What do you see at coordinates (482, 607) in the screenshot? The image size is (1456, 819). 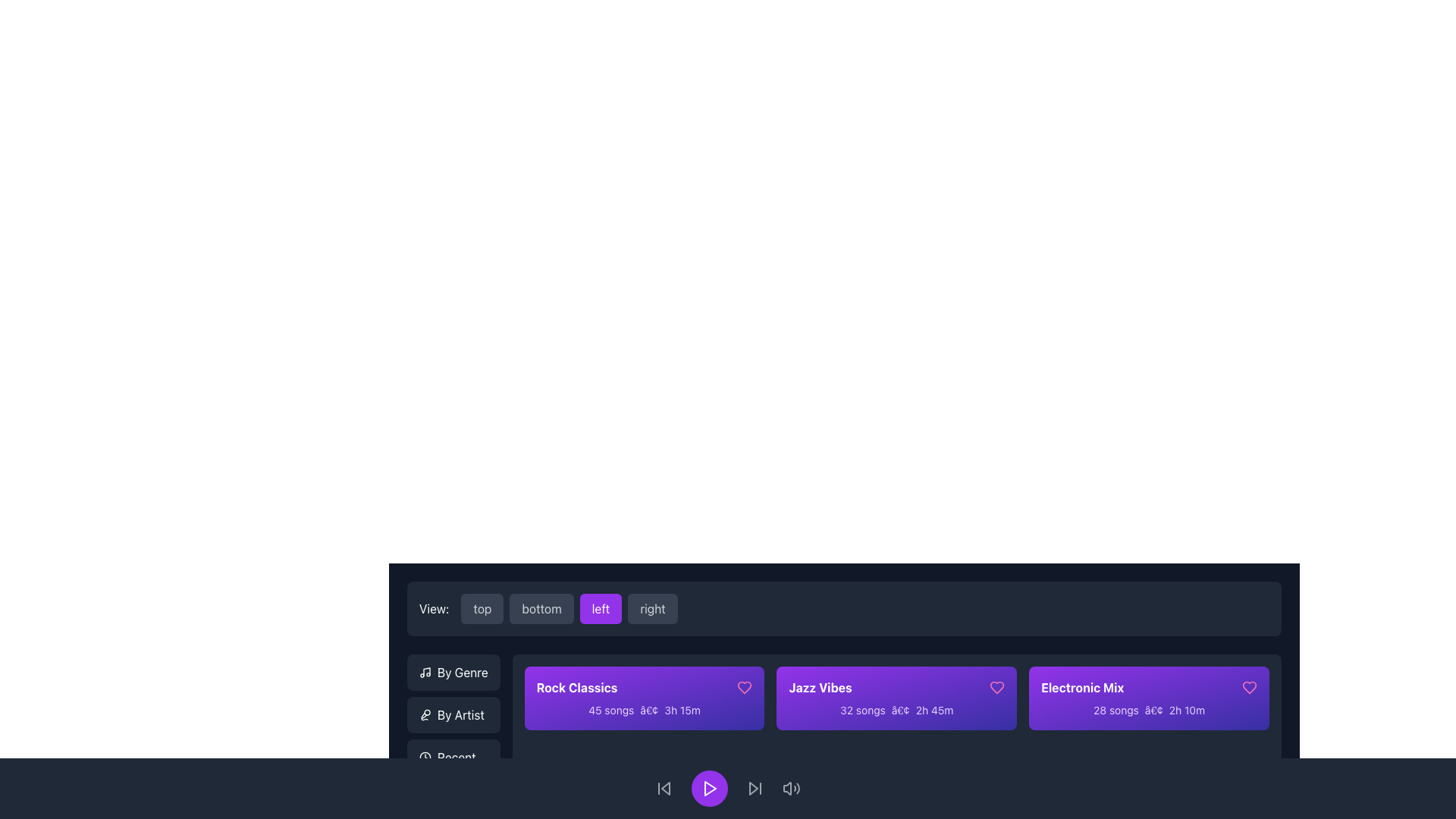 I see `the 'top' button` at bounding box center [482, 607].